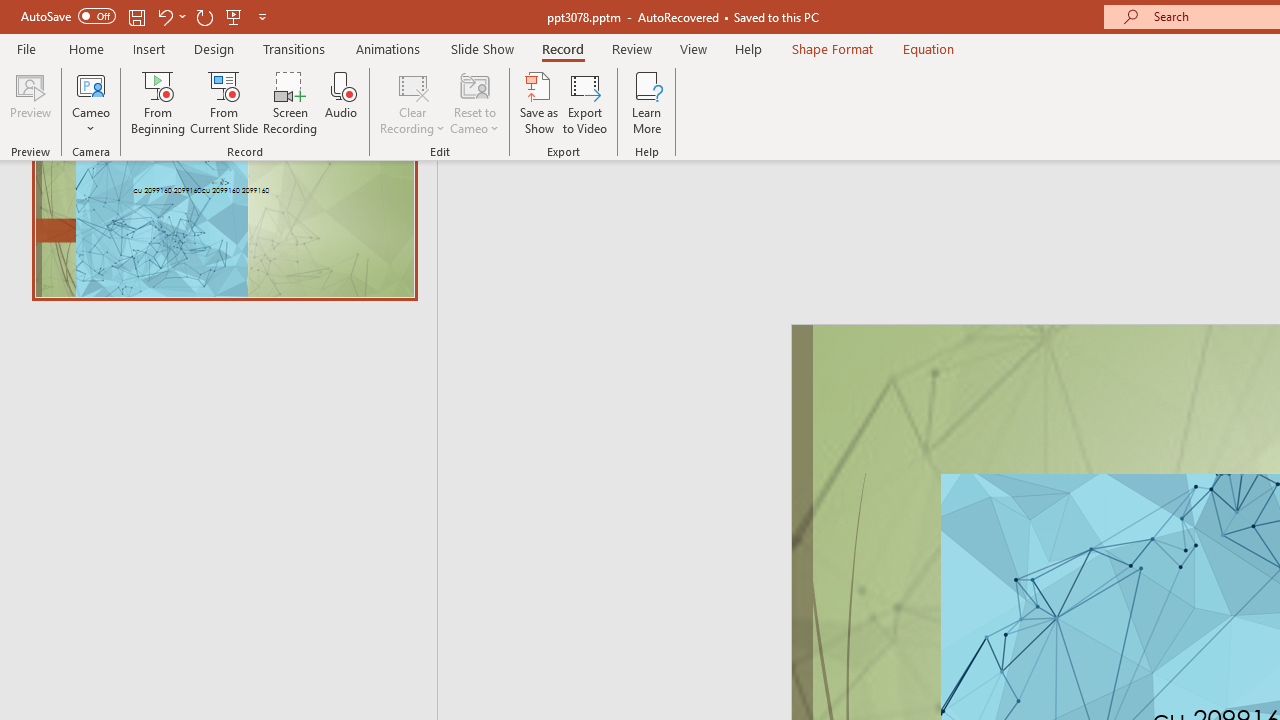  What do you see at coordinates (928, 48) in the screenshot?
I see `'Equation'` at bounding box center [928, 48].